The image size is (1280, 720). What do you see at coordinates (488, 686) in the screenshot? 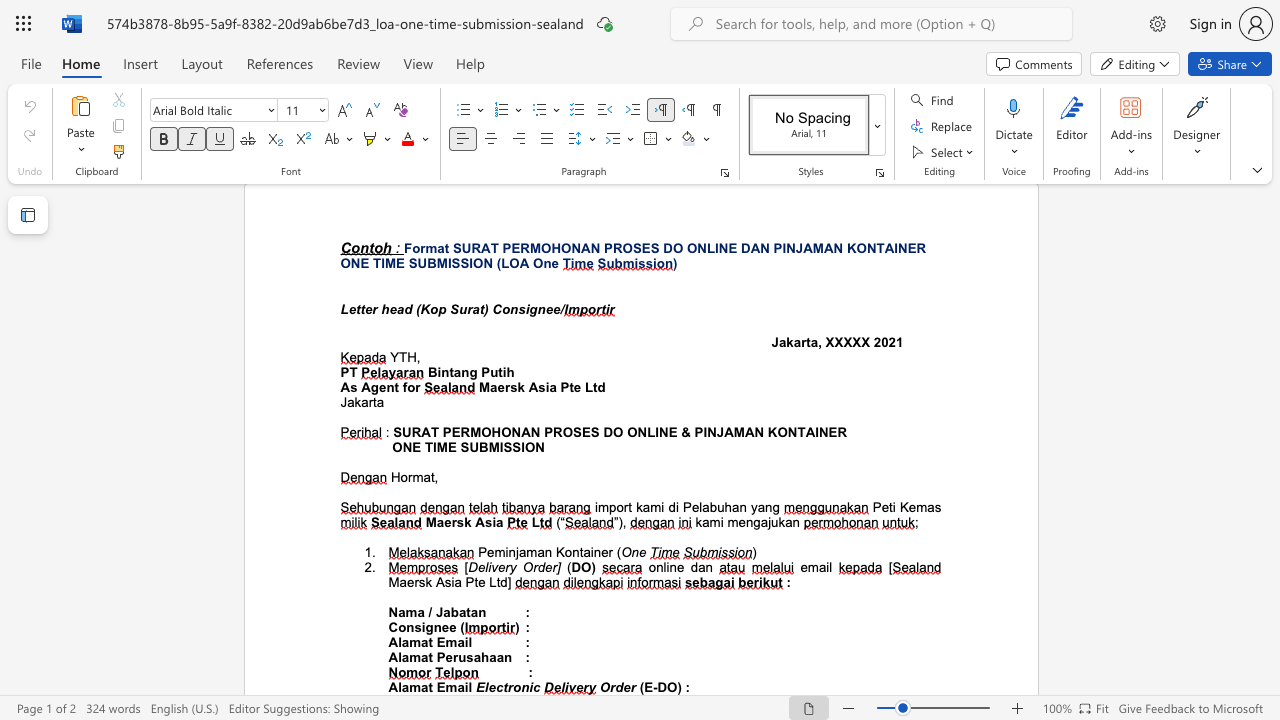
I see `the subset text "ectron" within the text "Electronic"` at bounding box center [488, 686].